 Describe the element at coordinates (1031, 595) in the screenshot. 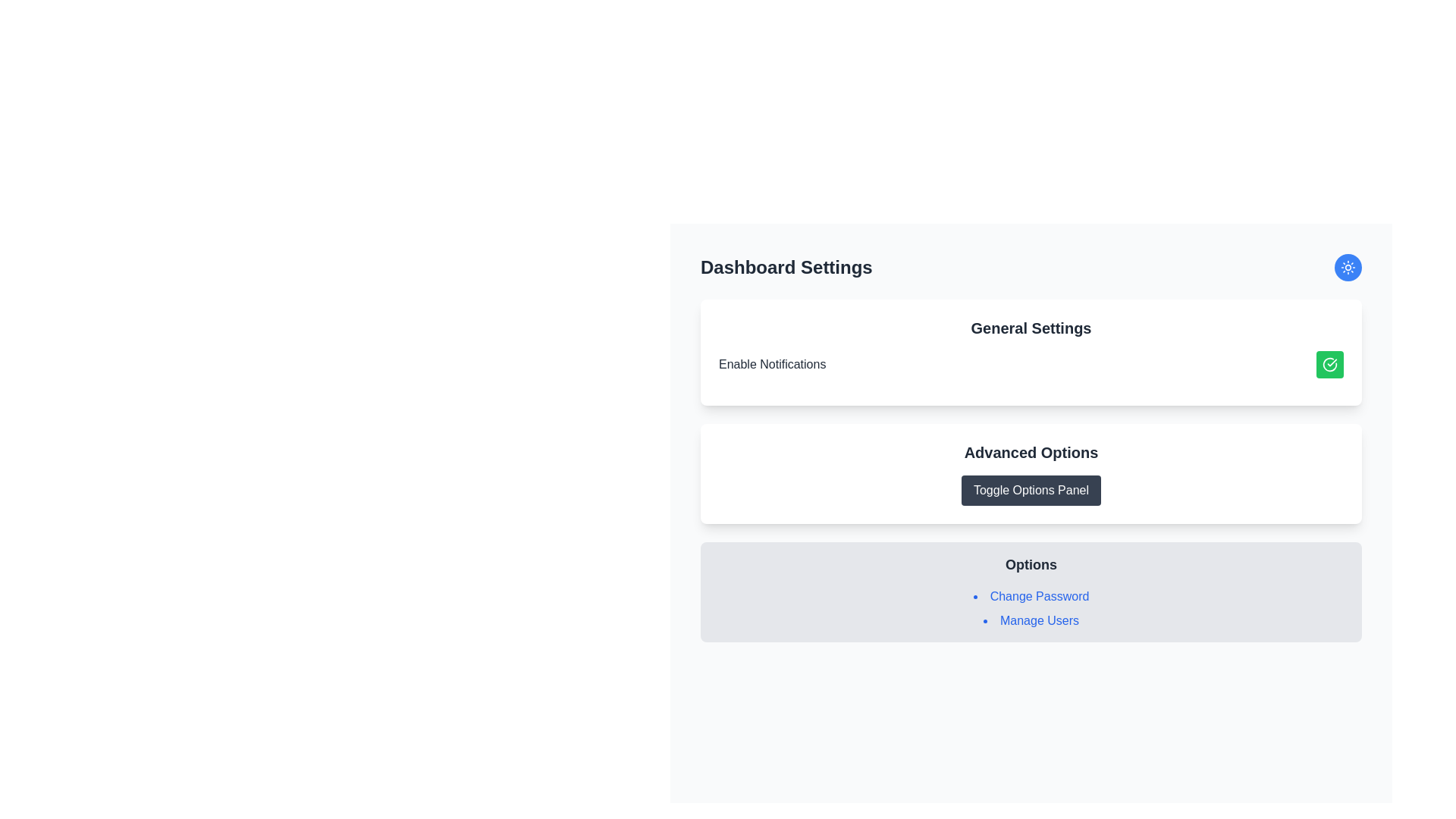

I see `the 'Change Password' text link, which is styled in blue and positioned as the first item in the 'Options' section` at that location.